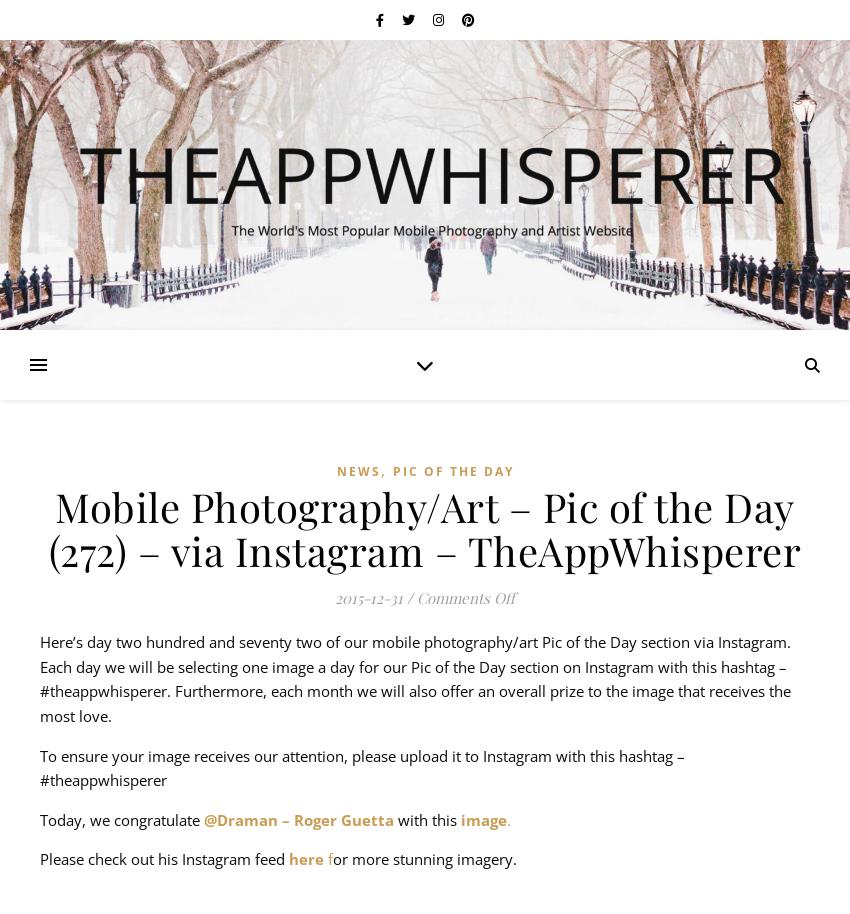  What do you see at coordinates (367, 596) in the screenshot?
I see `'2015-12-31'` at bounding box center [367, 596].